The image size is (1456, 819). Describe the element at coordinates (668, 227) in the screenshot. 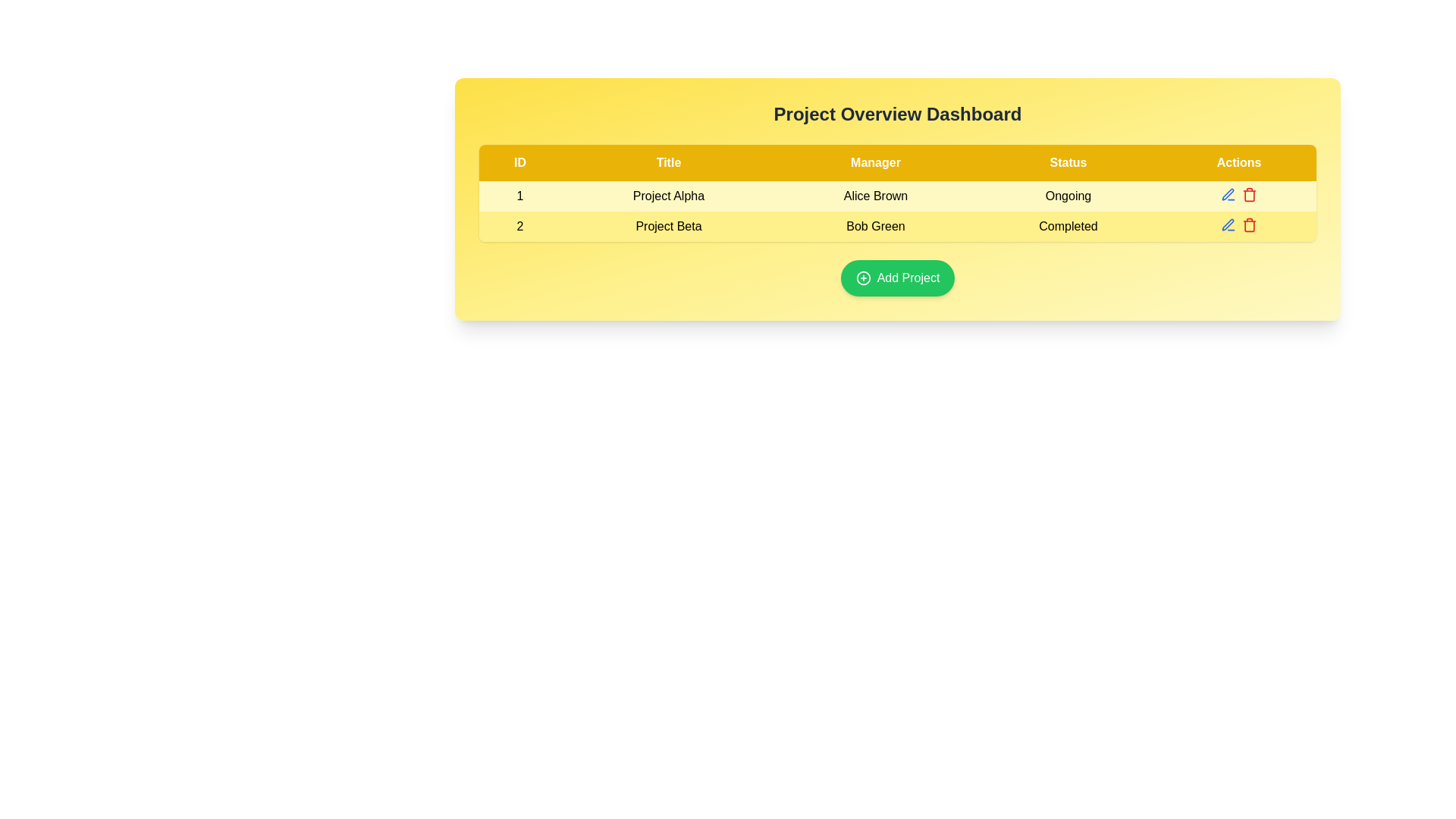

I see `text displayed in the TextLabel that shows 'Project Beta' in bold black text on a light yellow background, located in the second row of the table under the 'Title' column` at that location.